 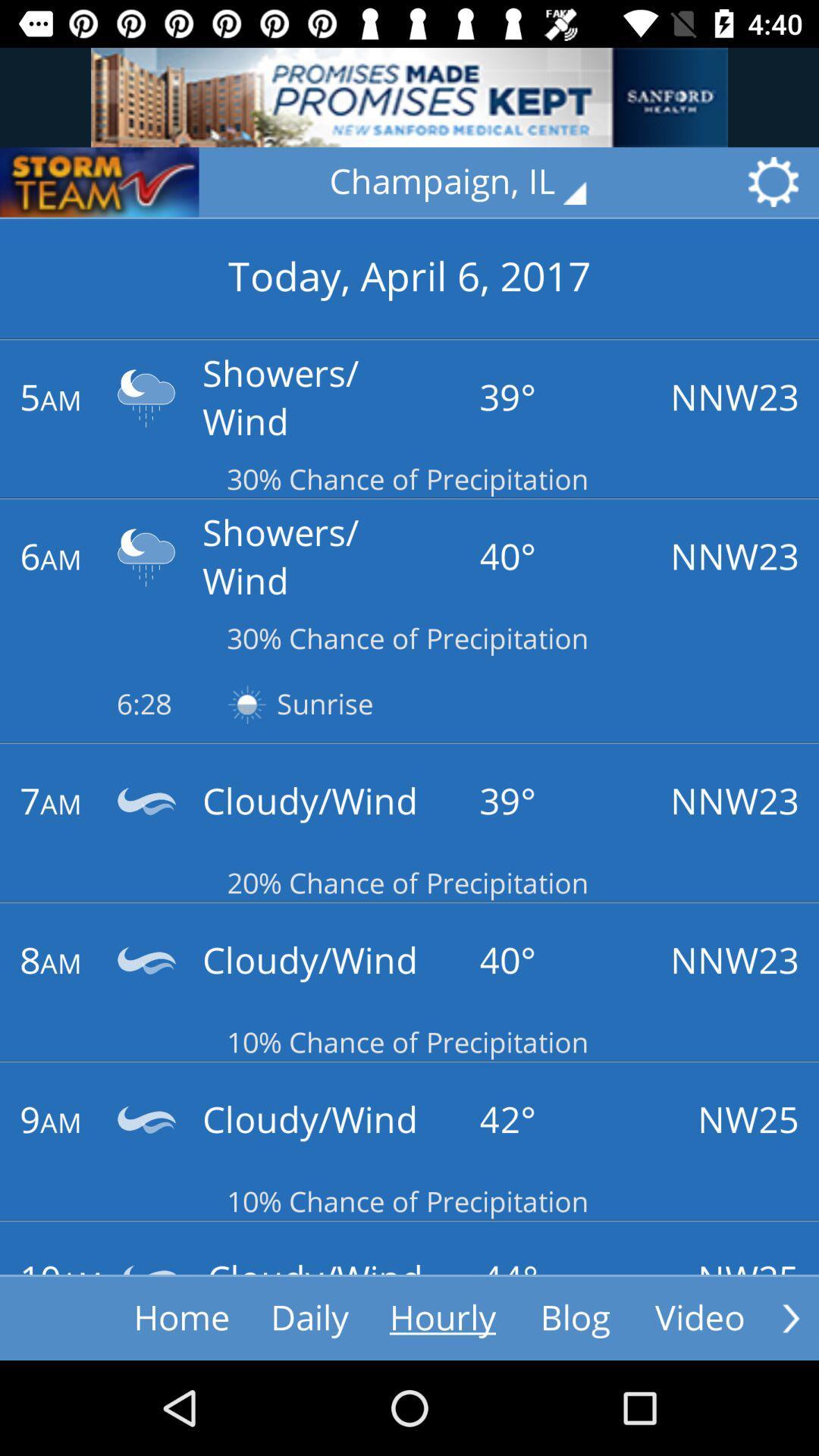 I want to click on swipe next option, so click(x=790, y=1317).